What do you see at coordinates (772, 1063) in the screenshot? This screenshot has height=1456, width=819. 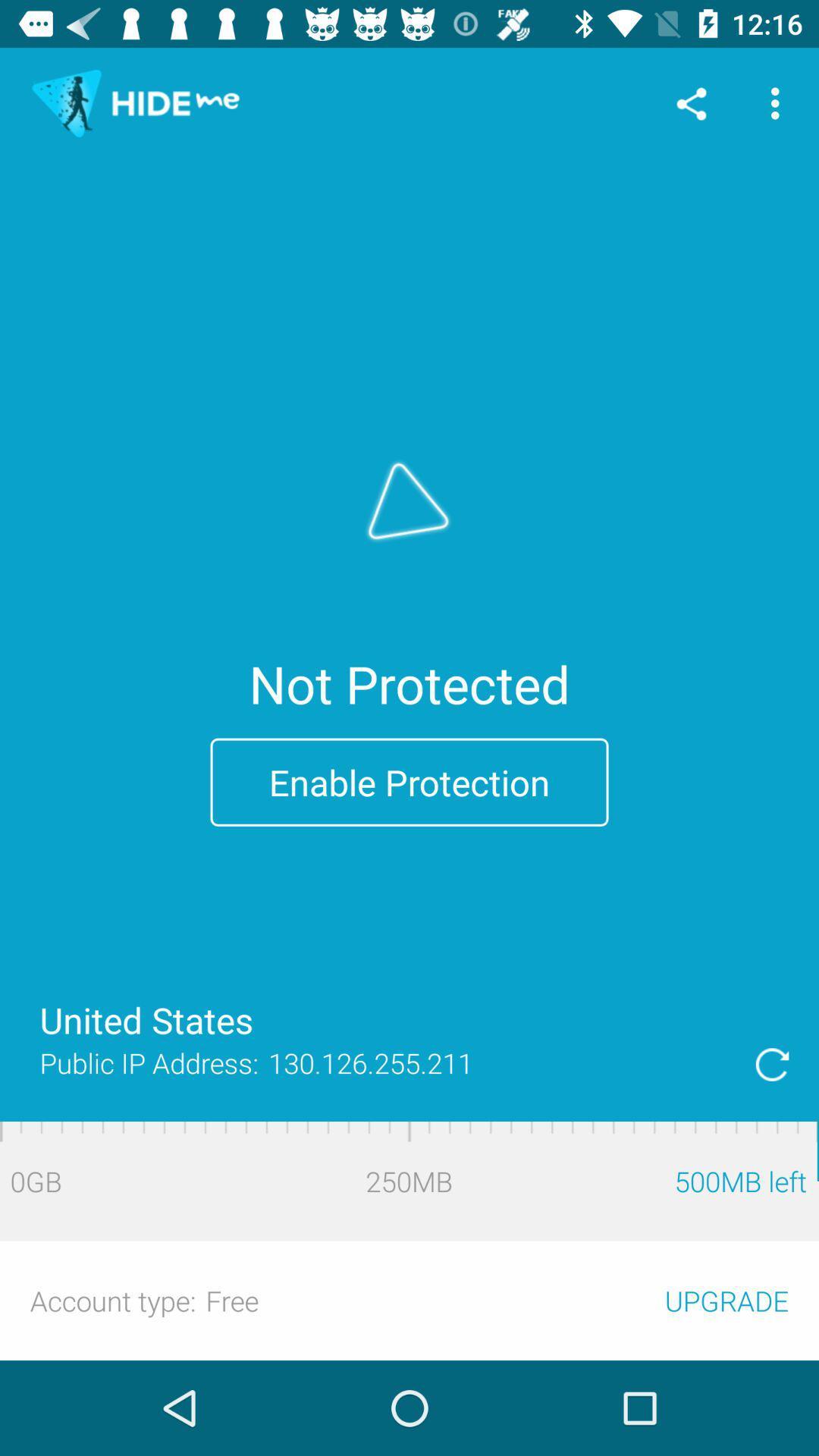 I see `the refresh icon` at bounding box center [772, 1063].